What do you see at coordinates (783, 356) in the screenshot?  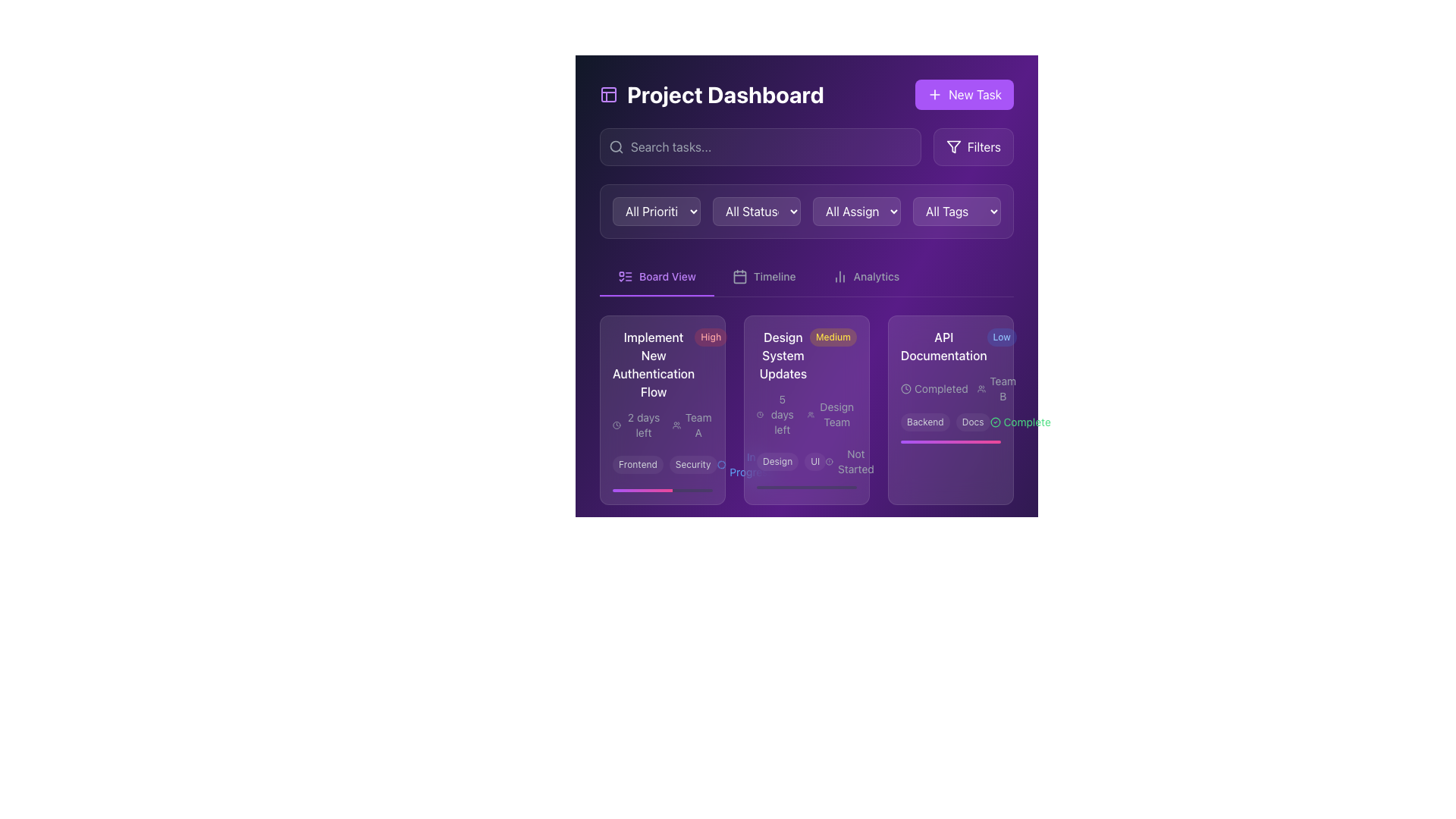 I see `text label that serves as the title for the task card labeled 'Design System Updates', located in the second column of the first row, positioned above a yellow 'Medium' badge` at bounding box center [783, 356].